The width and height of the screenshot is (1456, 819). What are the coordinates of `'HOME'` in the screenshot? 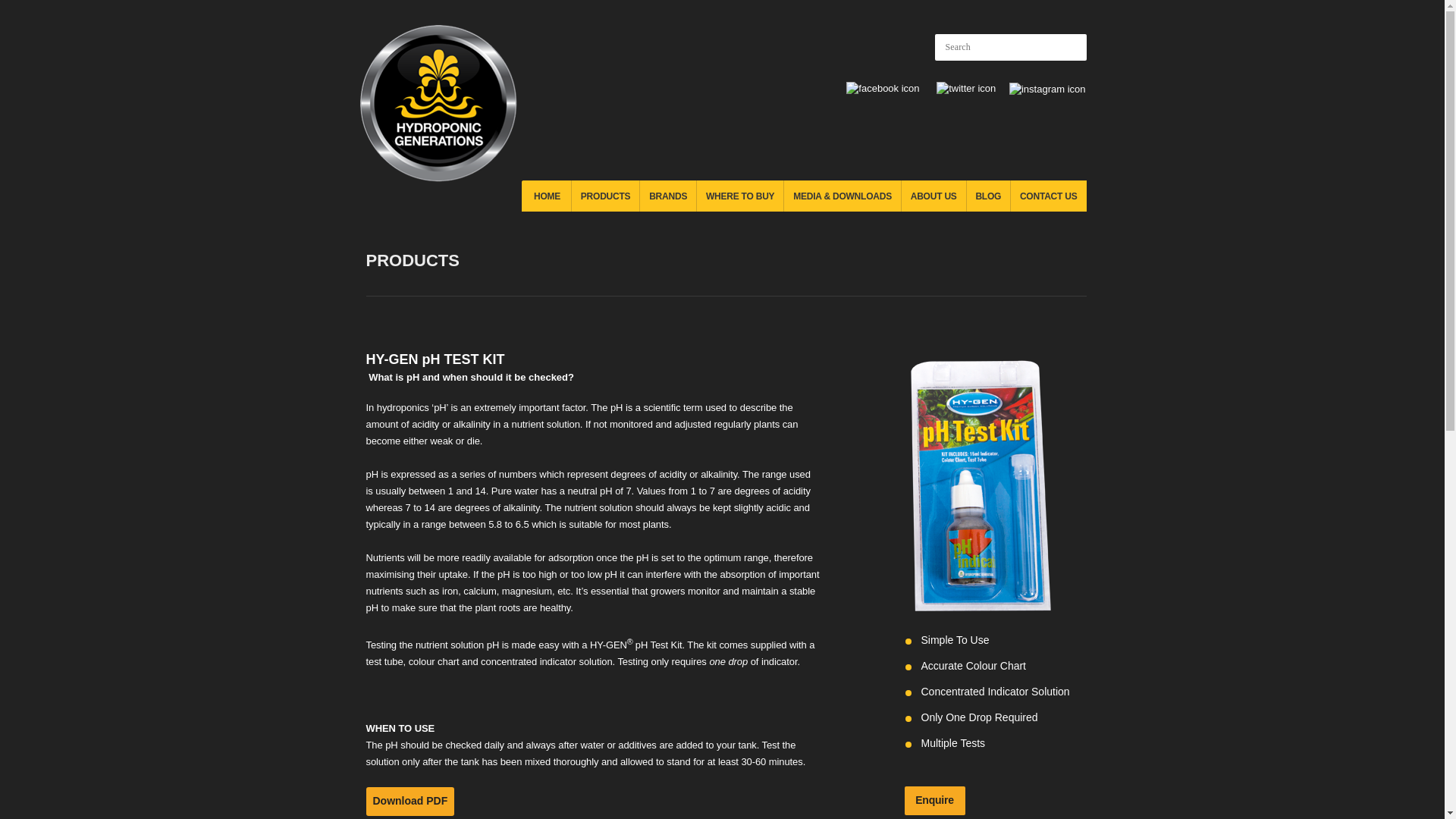 It's located at (546, 195).